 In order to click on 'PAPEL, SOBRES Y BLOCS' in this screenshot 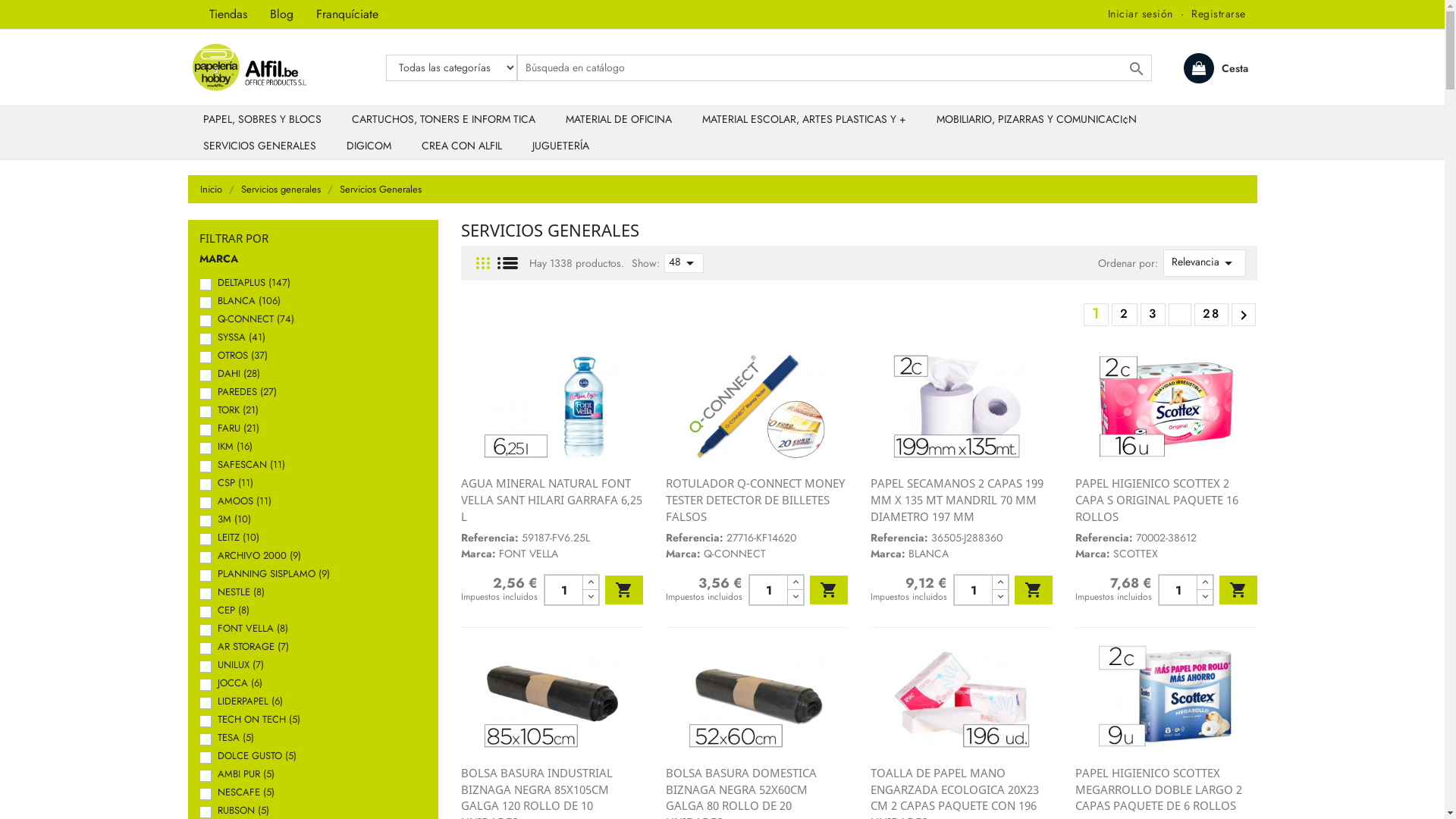, I will do `click(262, 118)`.